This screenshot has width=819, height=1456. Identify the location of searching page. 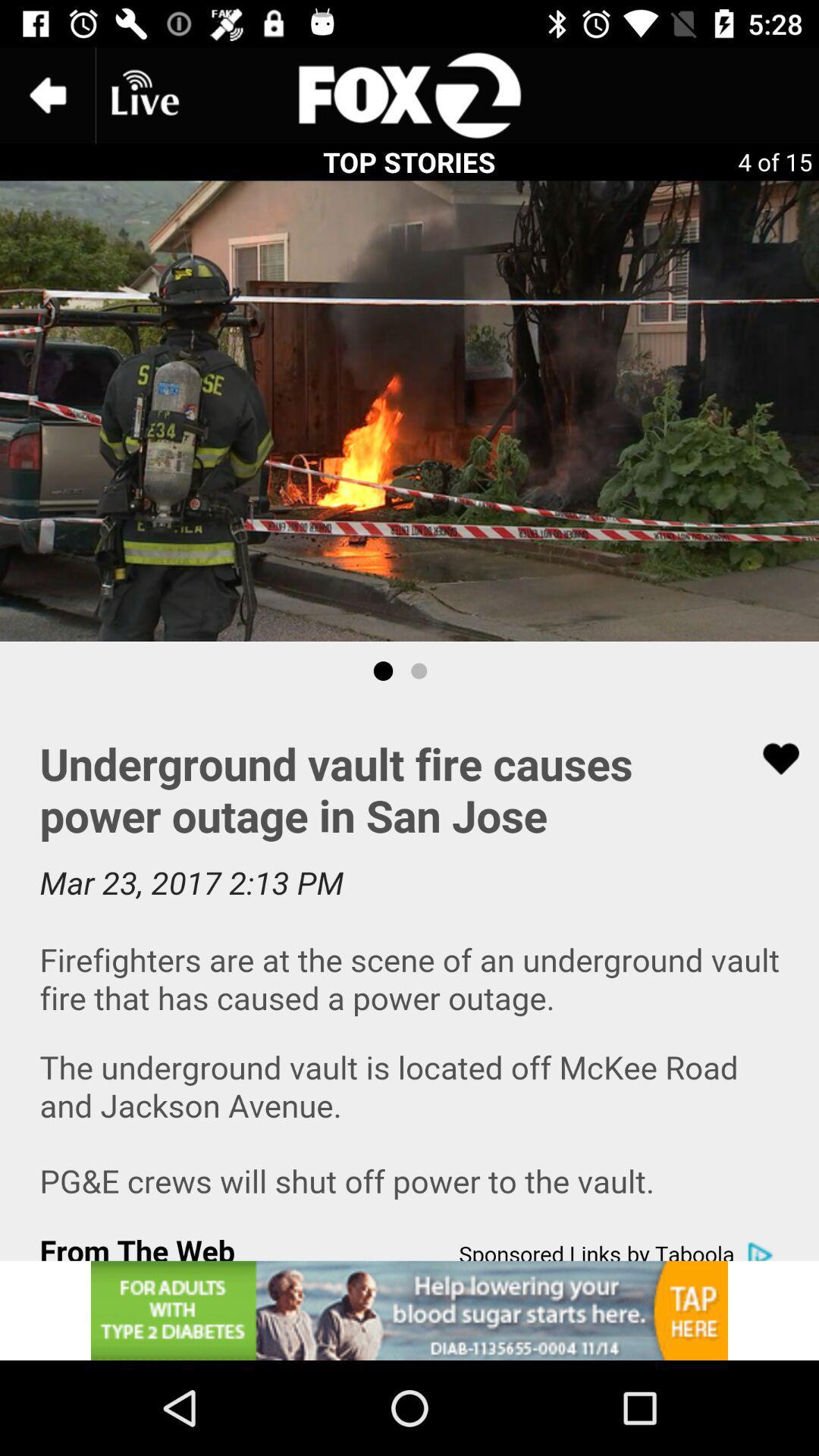
(409, 94).